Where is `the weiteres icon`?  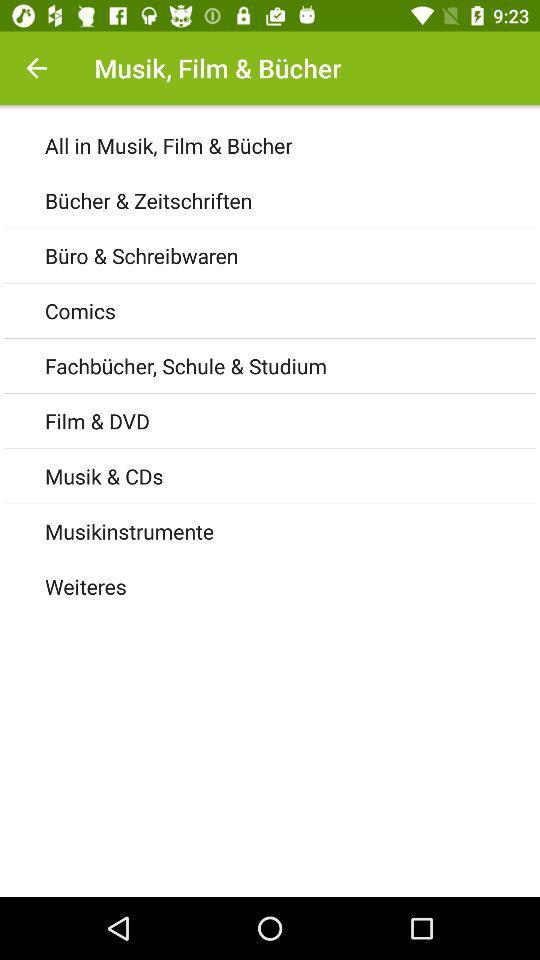 the weiteres icon is located at coordinates (291, 586).